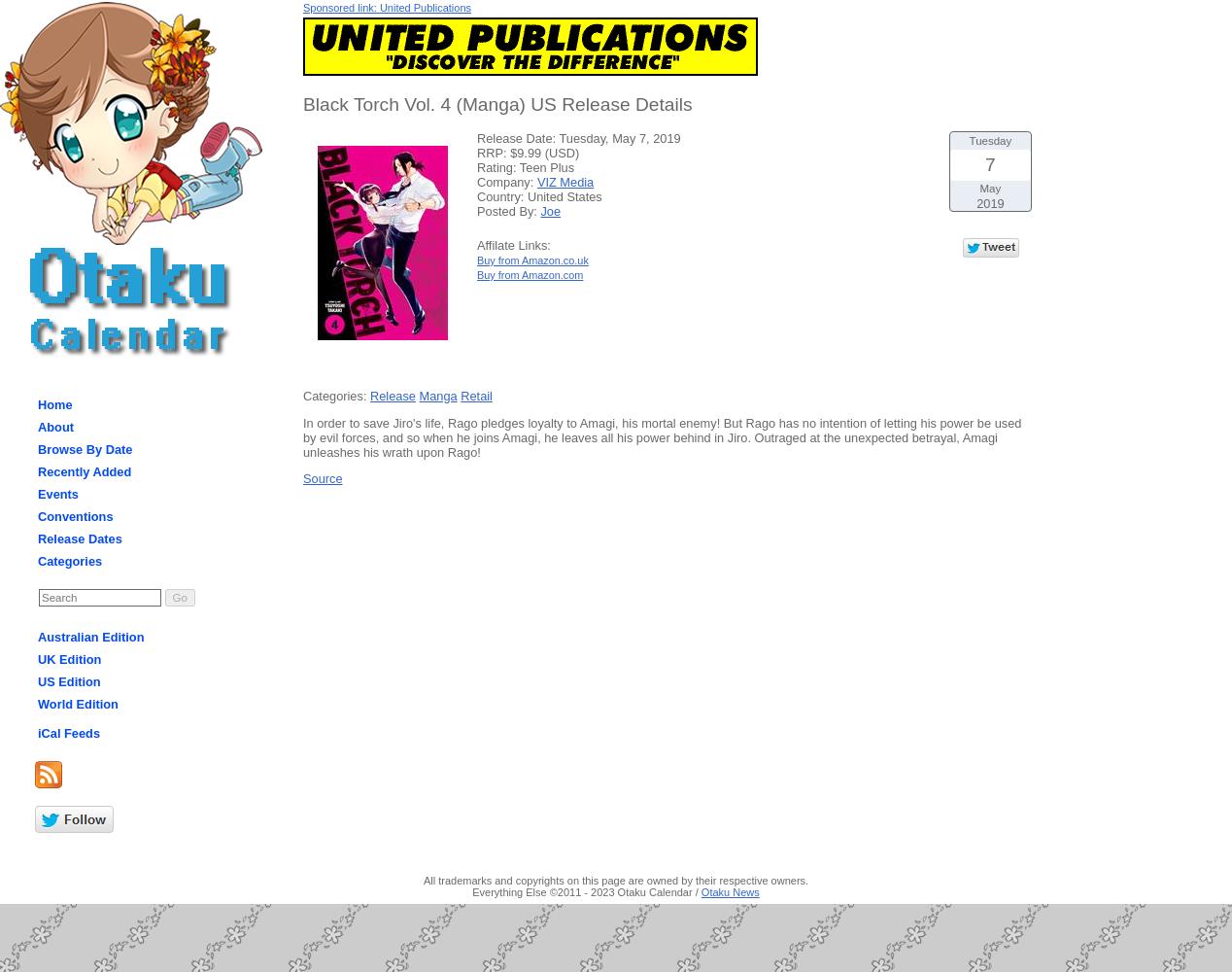  What do you see at coordinates (471, 892) in the screenshot?
I see `'Everything Else ©2011 - 2023 Otaku Calendar /'` at bounding box center [471, 892].